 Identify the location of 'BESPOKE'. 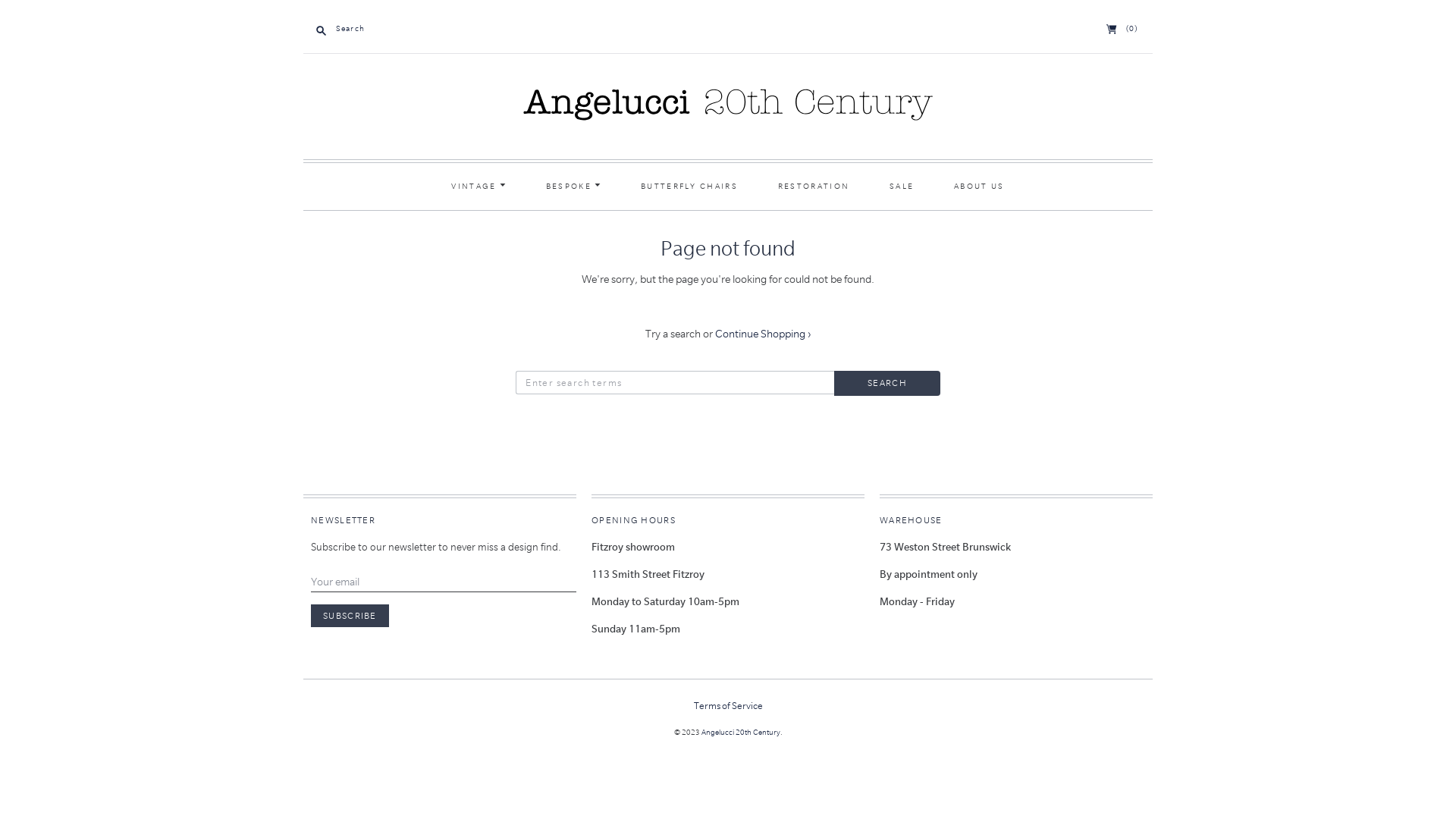
(573, 185).